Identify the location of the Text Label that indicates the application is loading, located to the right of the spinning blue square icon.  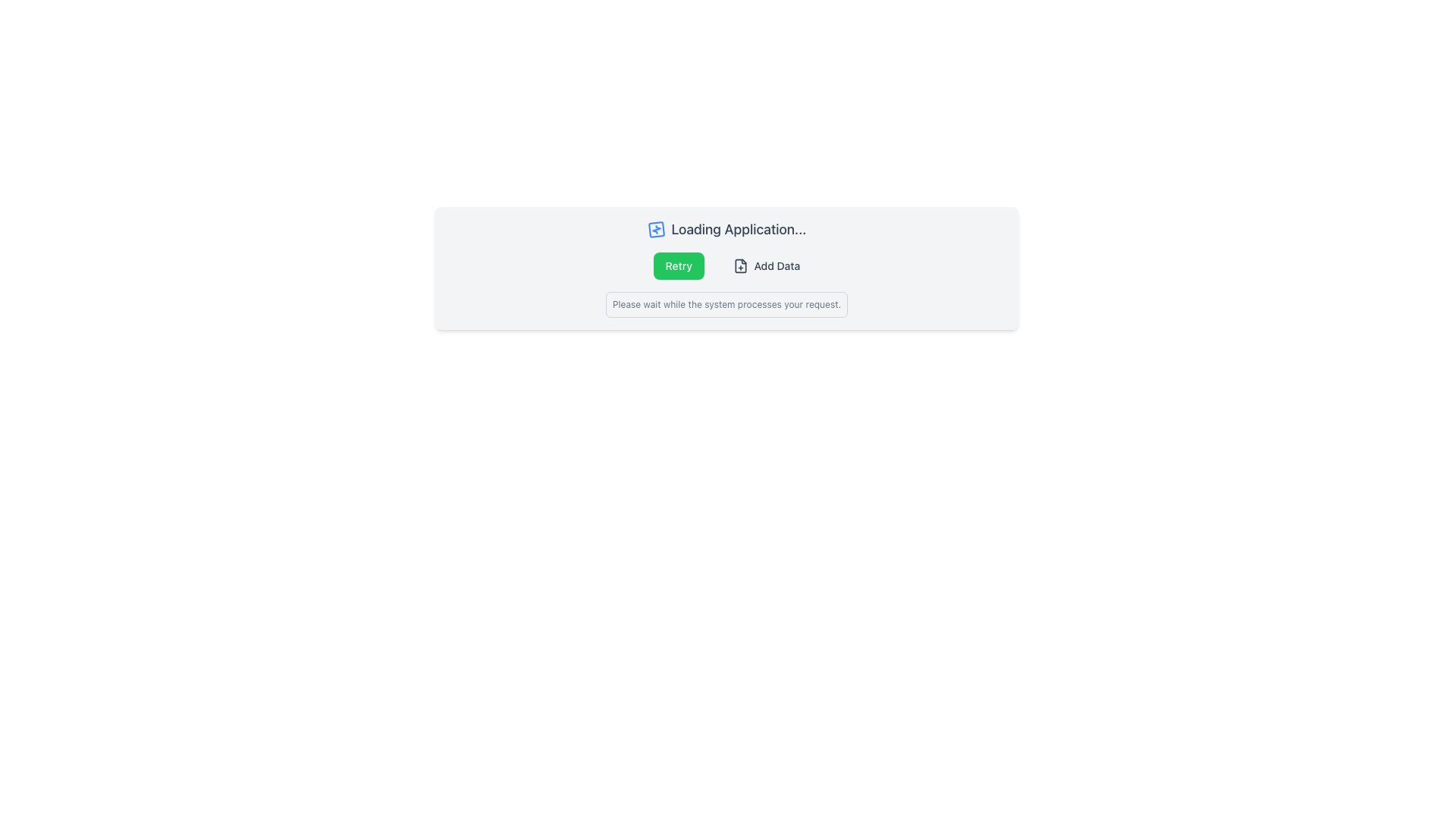
(739, 230).